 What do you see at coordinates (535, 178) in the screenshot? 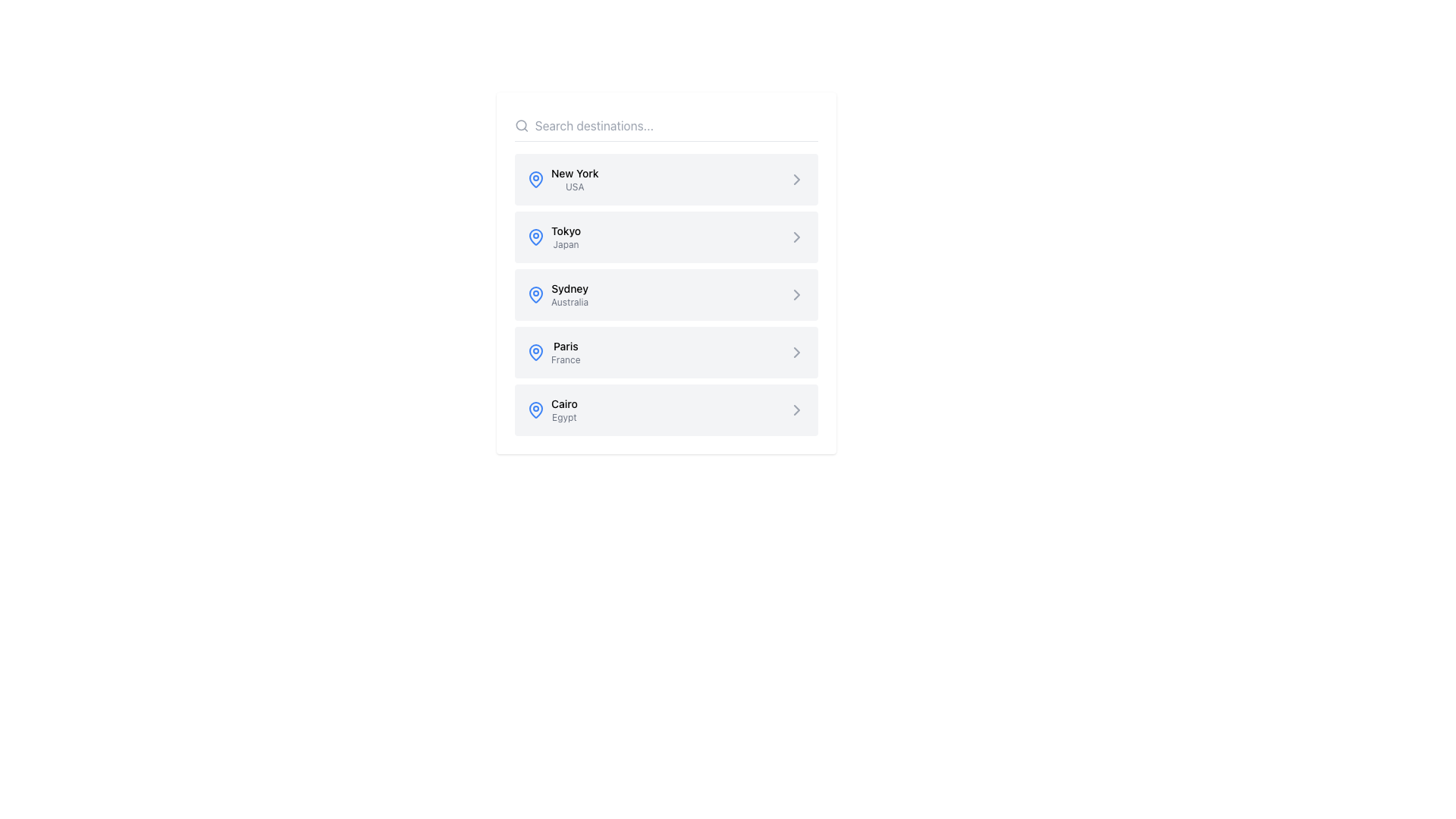
I see `the map pin icon that marks the location for 'New York, USA' in the first item of the vertically stacked list` at bounding box center [535, 178].